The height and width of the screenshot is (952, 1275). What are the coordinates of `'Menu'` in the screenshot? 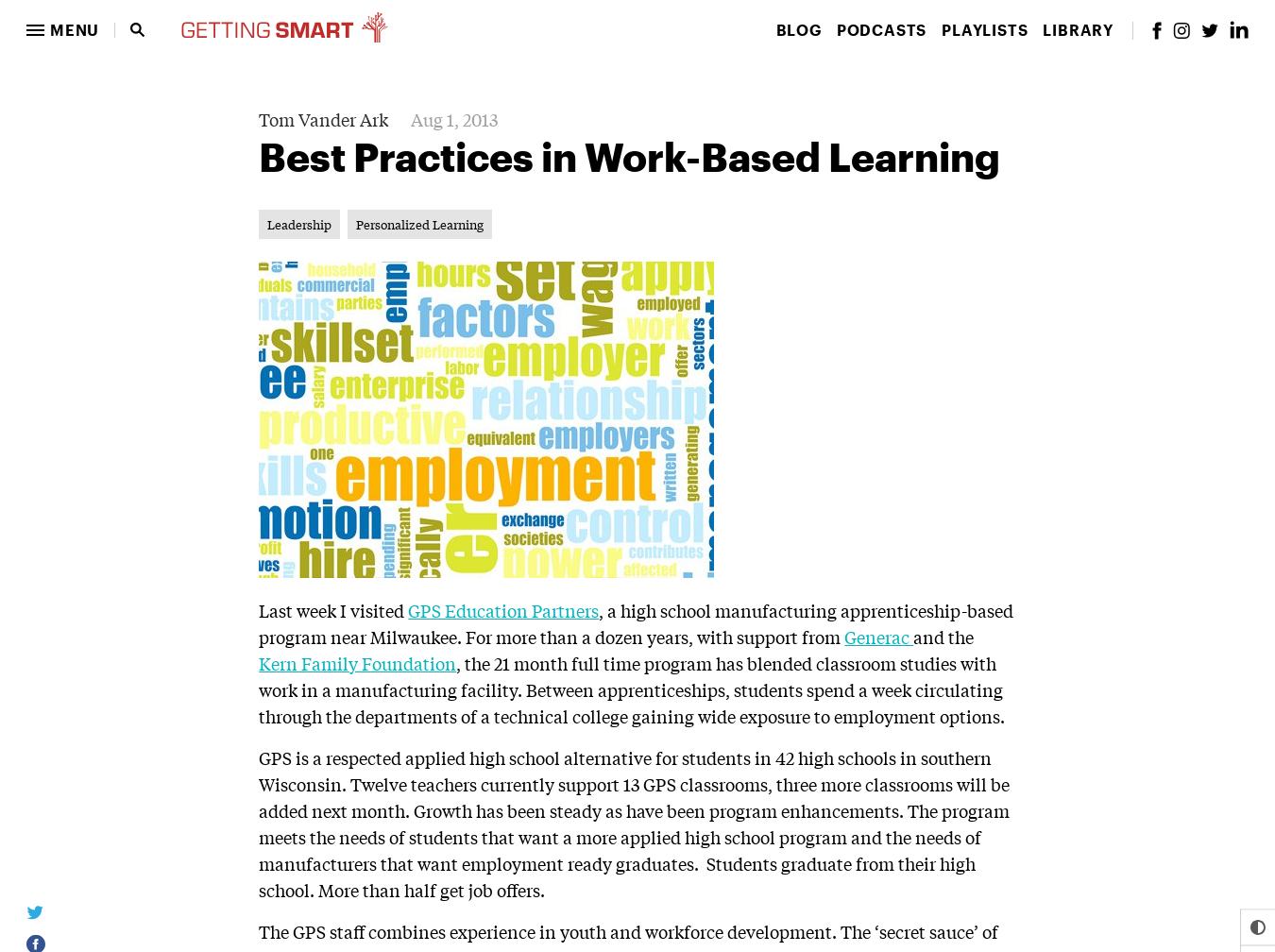 It's located at (73, 29).